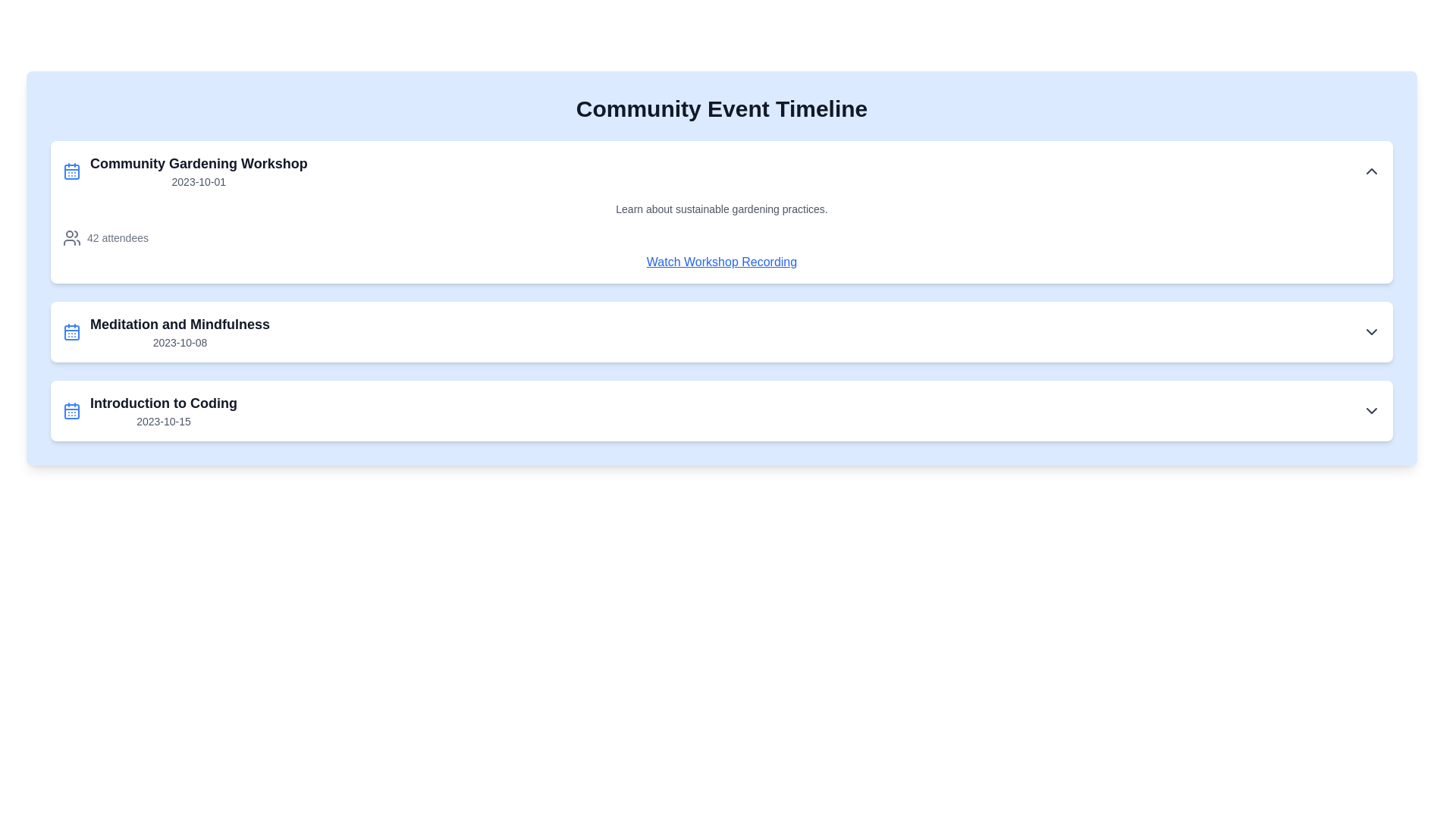  I want to click on the third event in the vertical list of events, which includes an icon and text, so click(149, 411).